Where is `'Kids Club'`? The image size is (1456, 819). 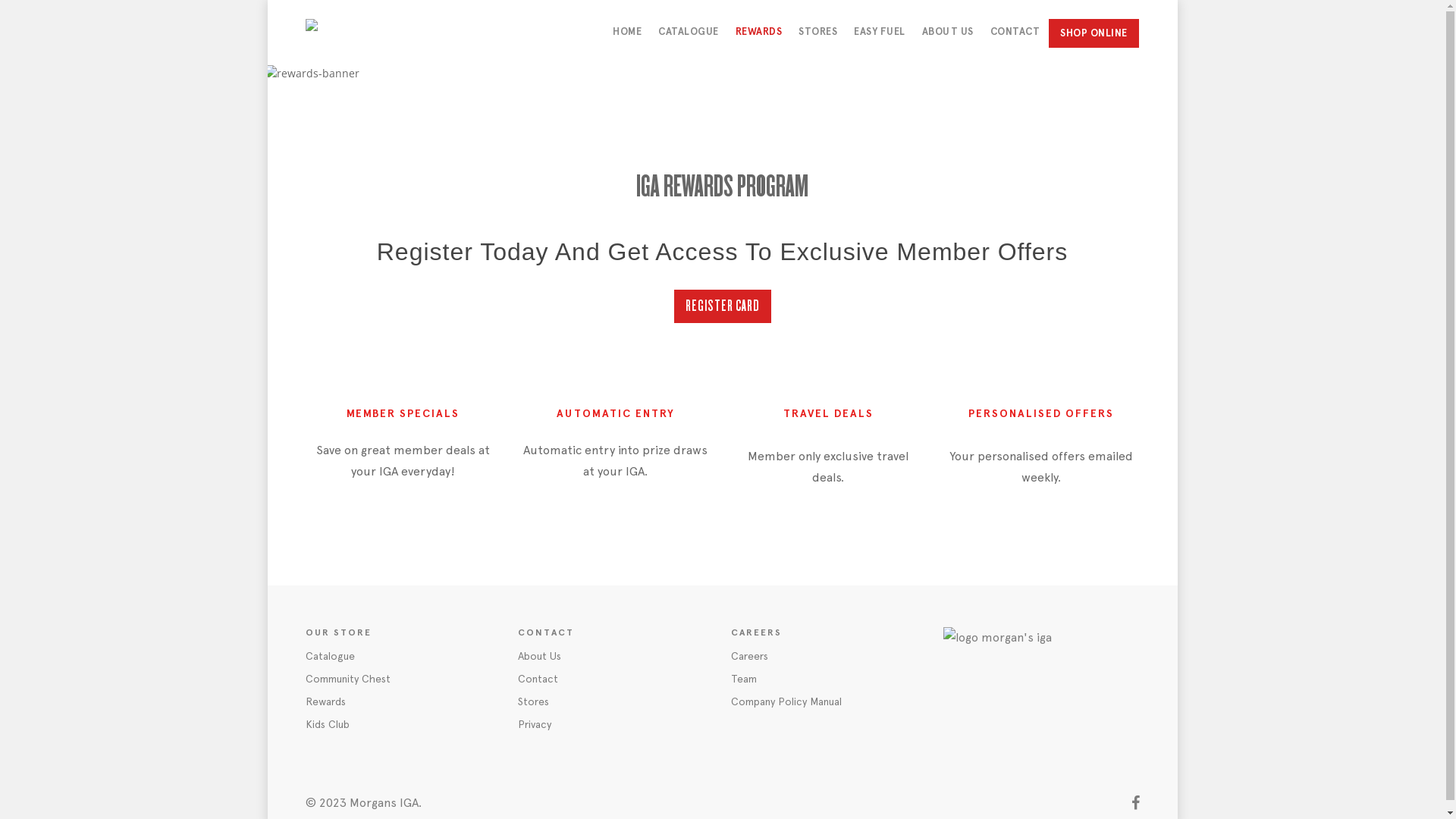 'Kids Club' is located at coordinates (304, 723).